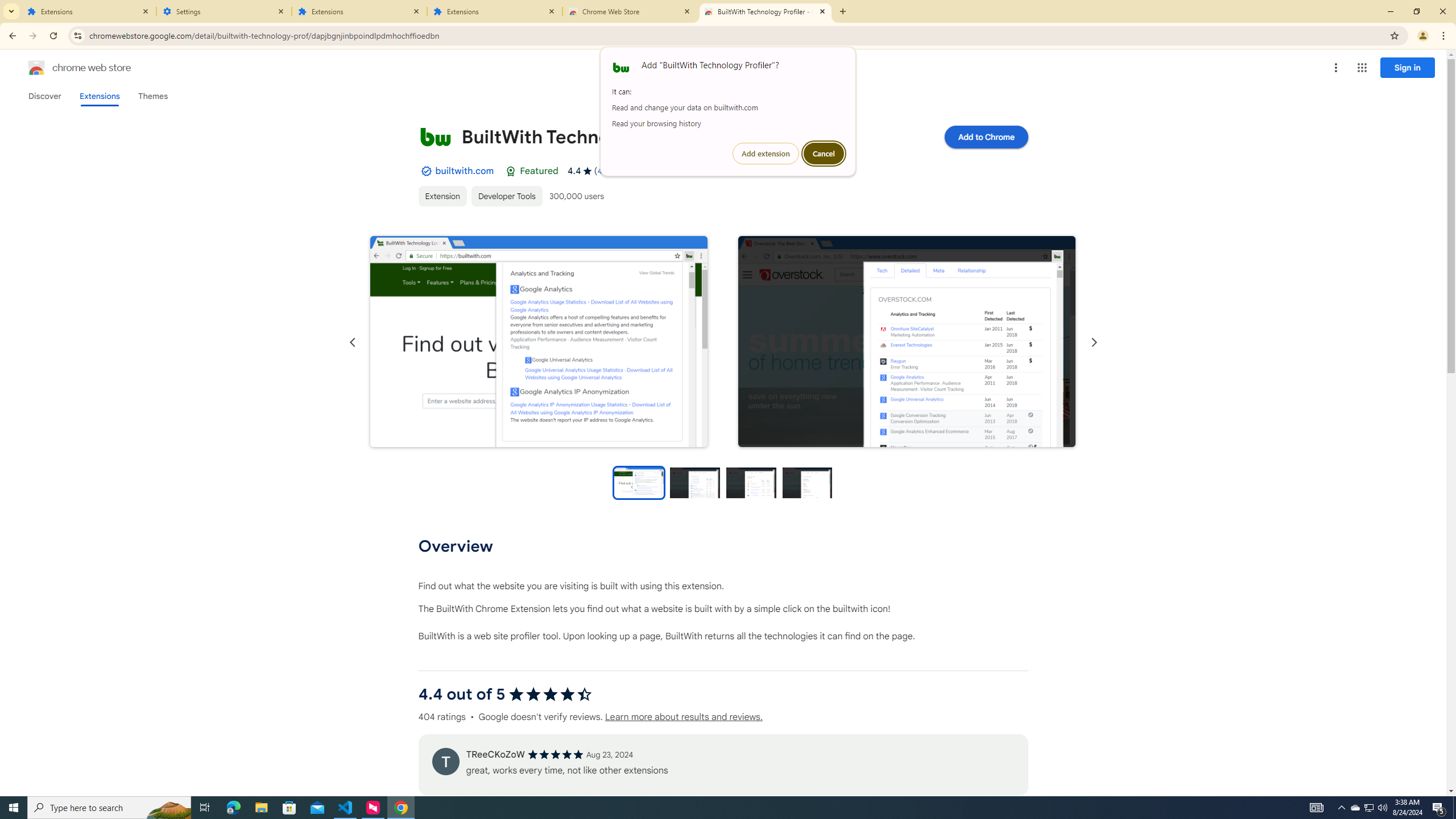 Image resolution: width=1456 pixels, height=819 pixels. What do you see at coordinates (1355, 806) in the screenshot?
I see `'User Promoted Notification Area'` at bounding box center [1355, 806].